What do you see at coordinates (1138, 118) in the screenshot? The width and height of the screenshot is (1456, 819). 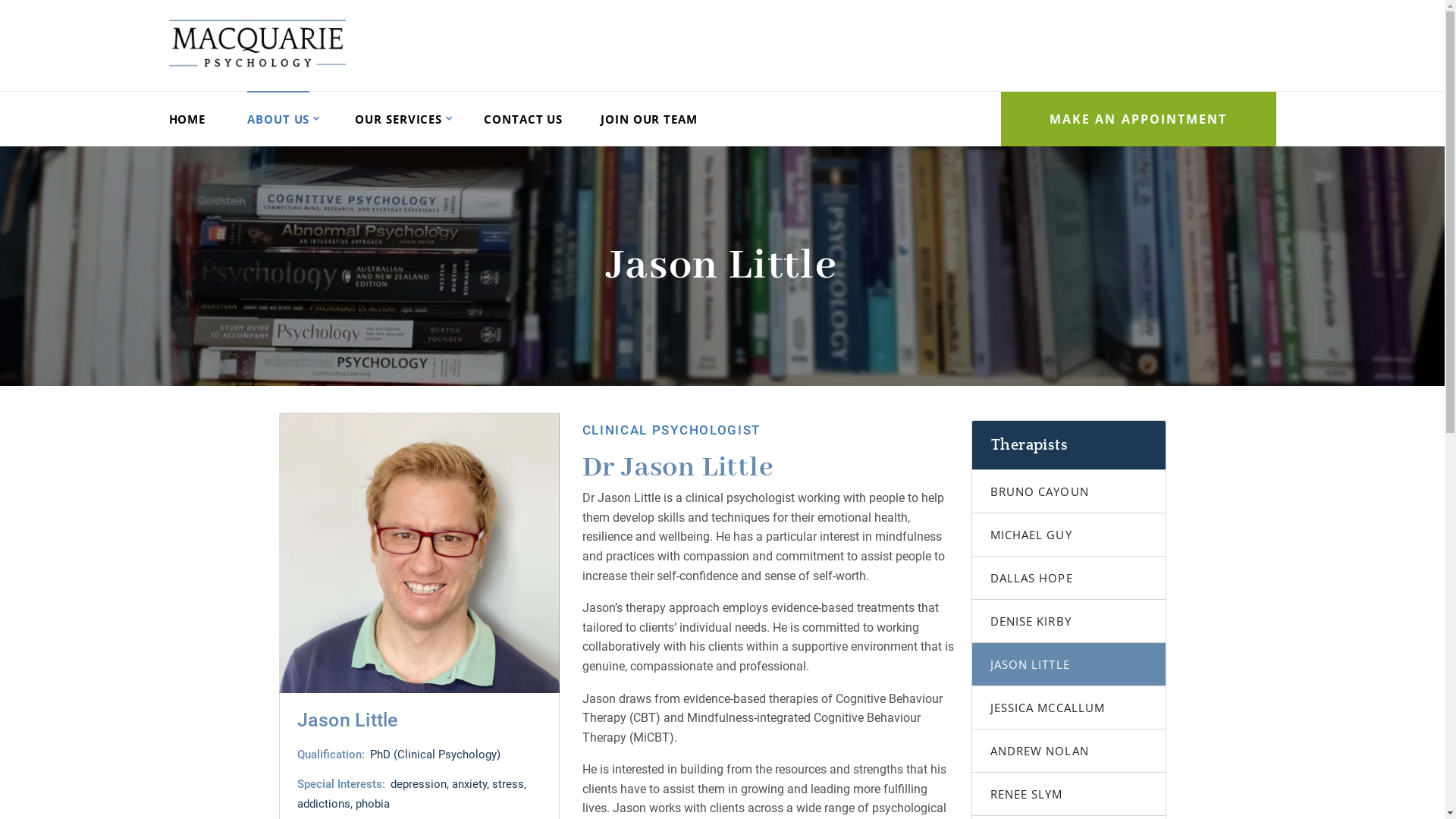 I see `'MAKE AN APPOINTMENT'` at bounding box center [1138, 118].